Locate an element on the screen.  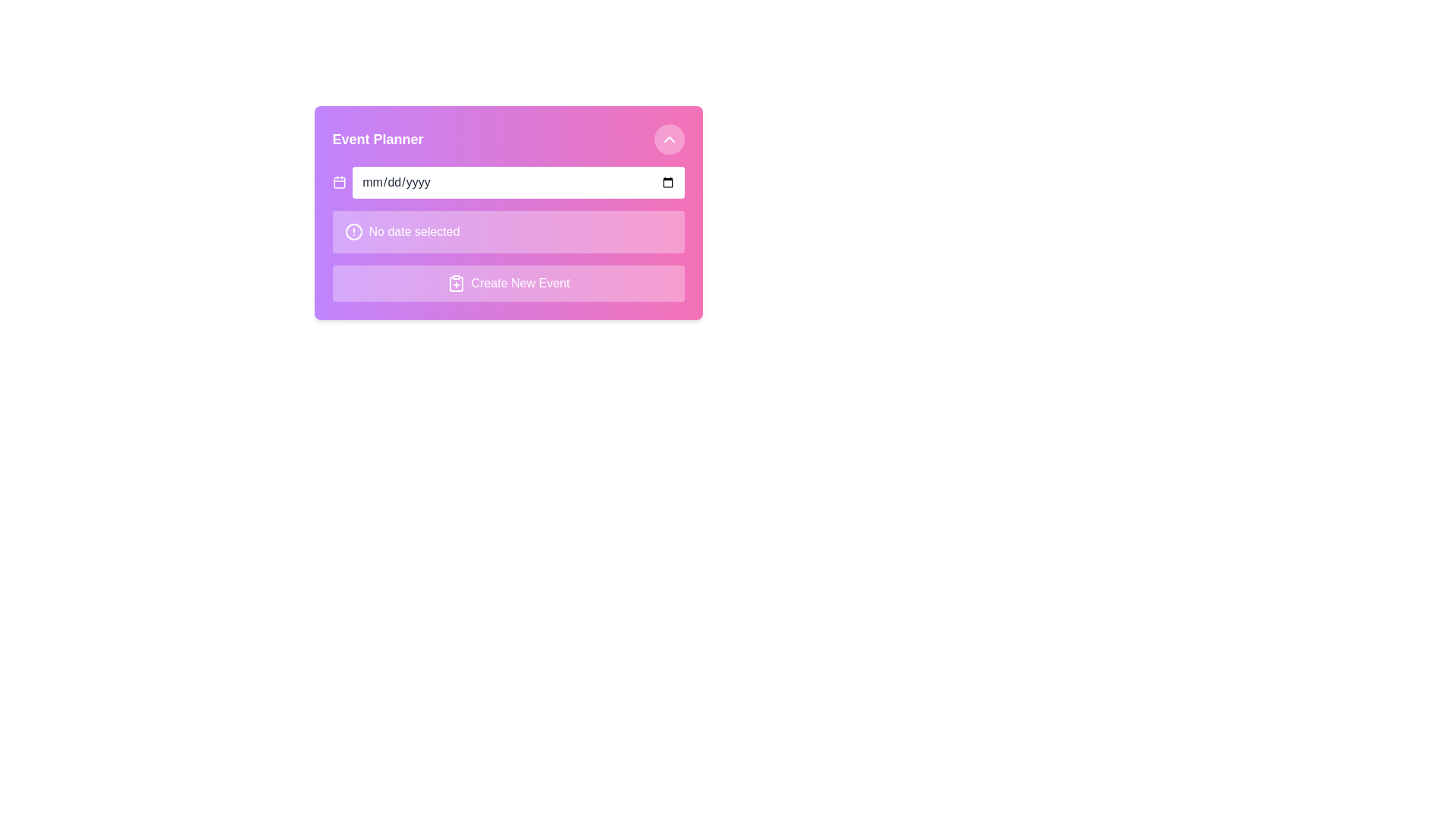
the small black circle icon located in the purple gradient input form labeled 'No date selected' in the Event Planner section is located at coordinates (353, 231).